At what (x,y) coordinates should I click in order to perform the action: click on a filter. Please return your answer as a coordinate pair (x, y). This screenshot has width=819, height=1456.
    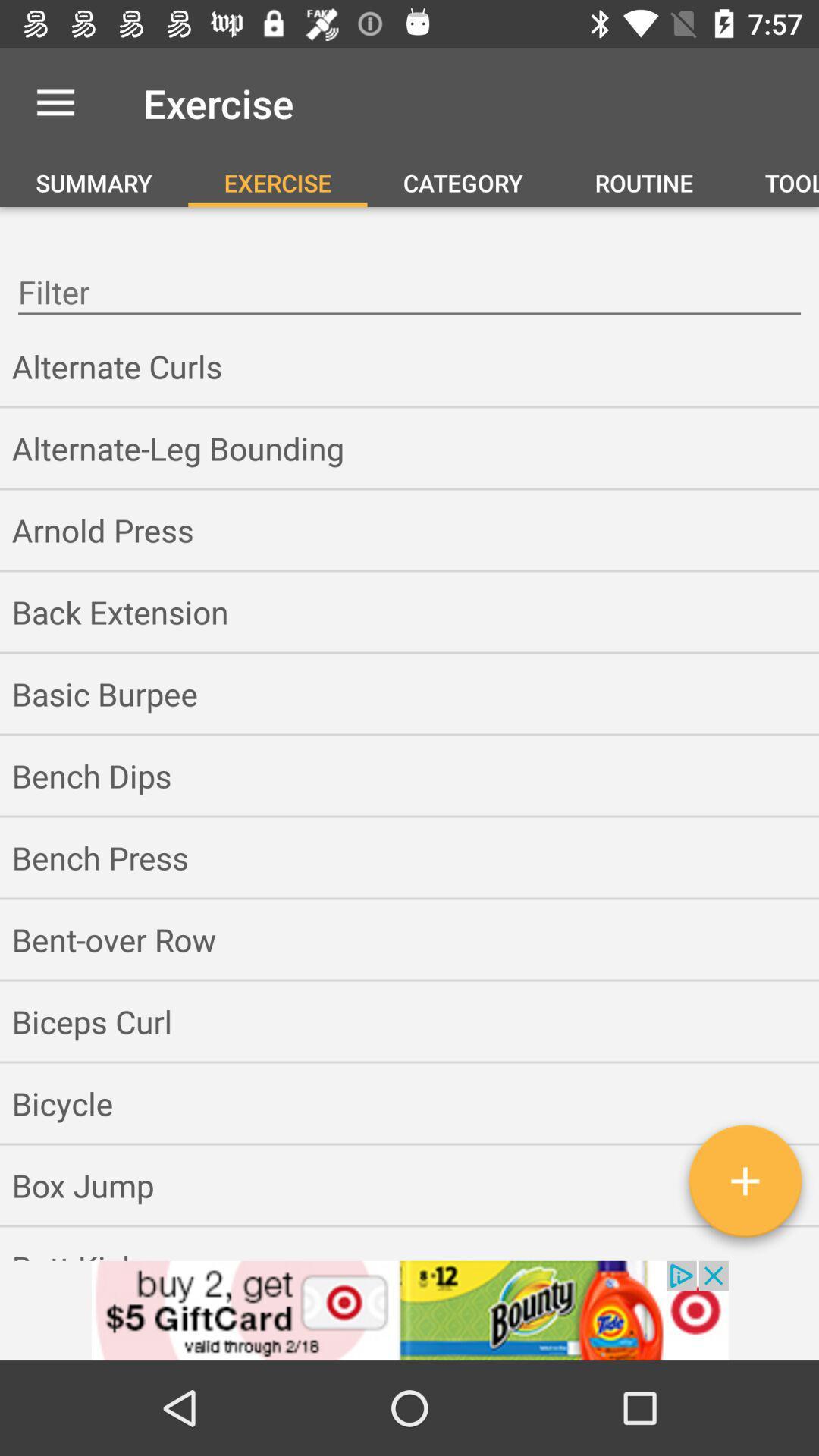
    Looking at the image, I should click on (744, 1186).